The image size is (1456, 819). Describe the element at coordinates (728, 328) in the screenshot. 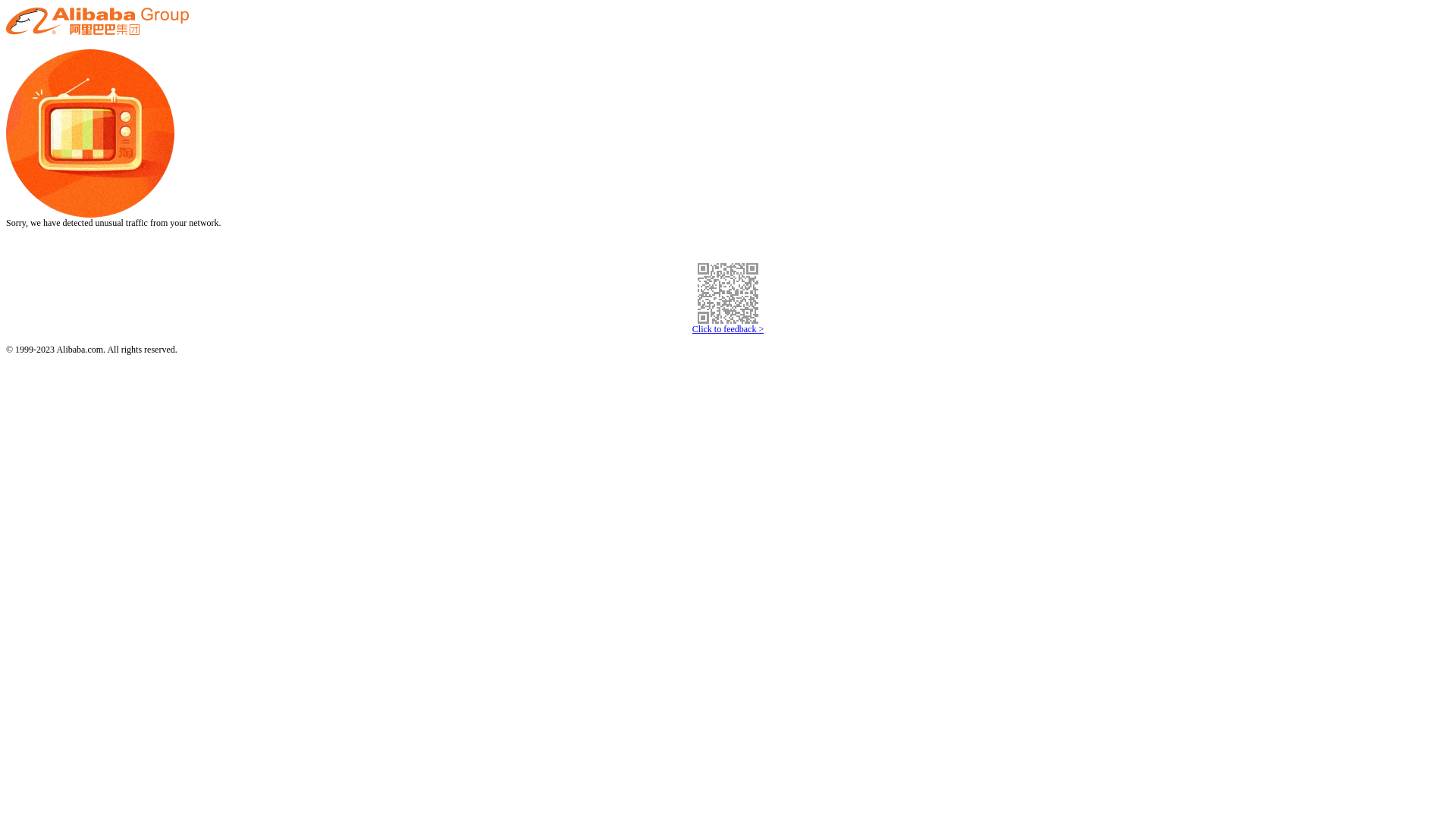

I see `'Click to feedback >'` at that location.